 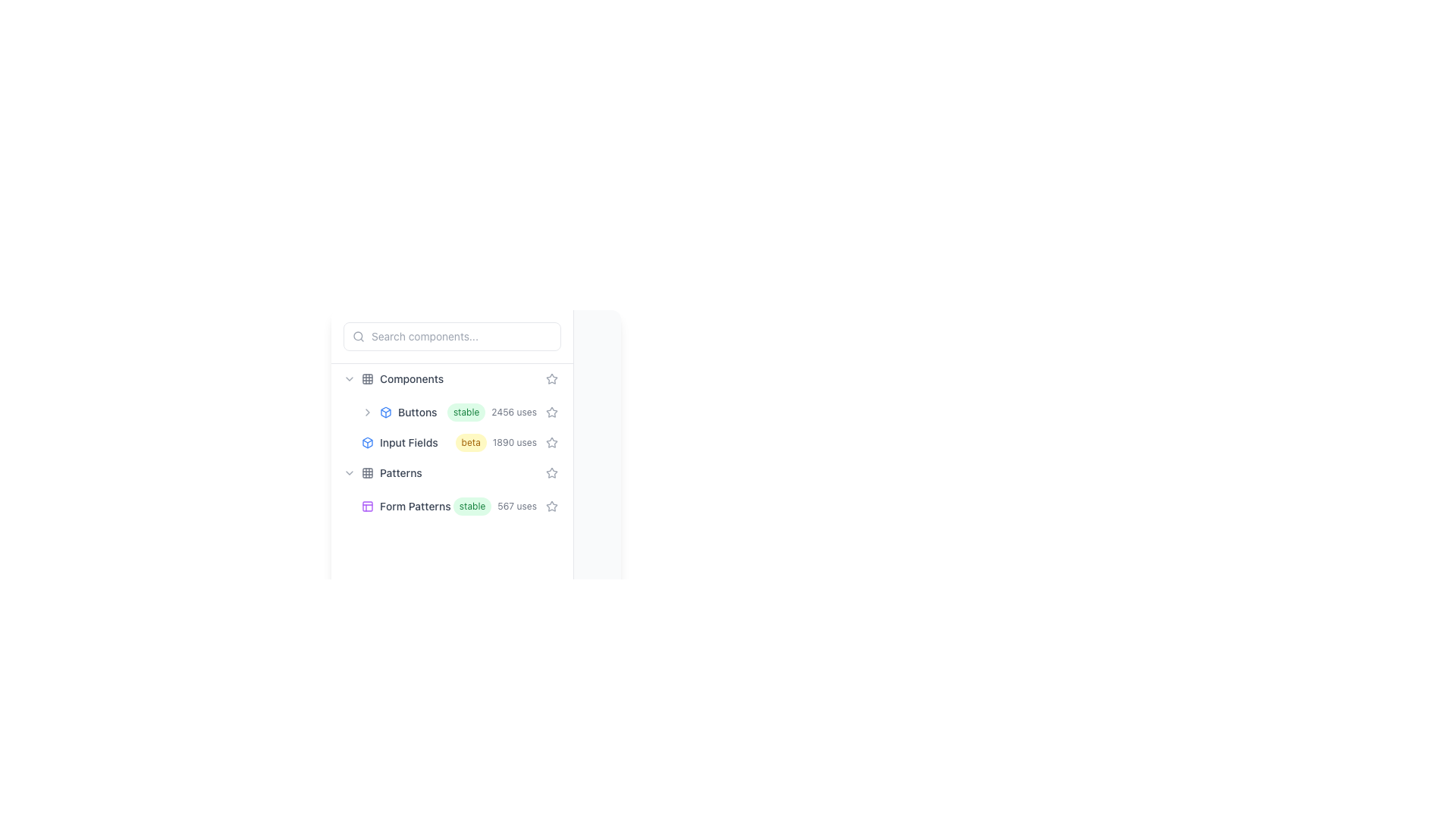 I want to click on the navigation button labeled 'Patterns' located in the sidebar, which is the third item in the list, so click(x=451, y=472).